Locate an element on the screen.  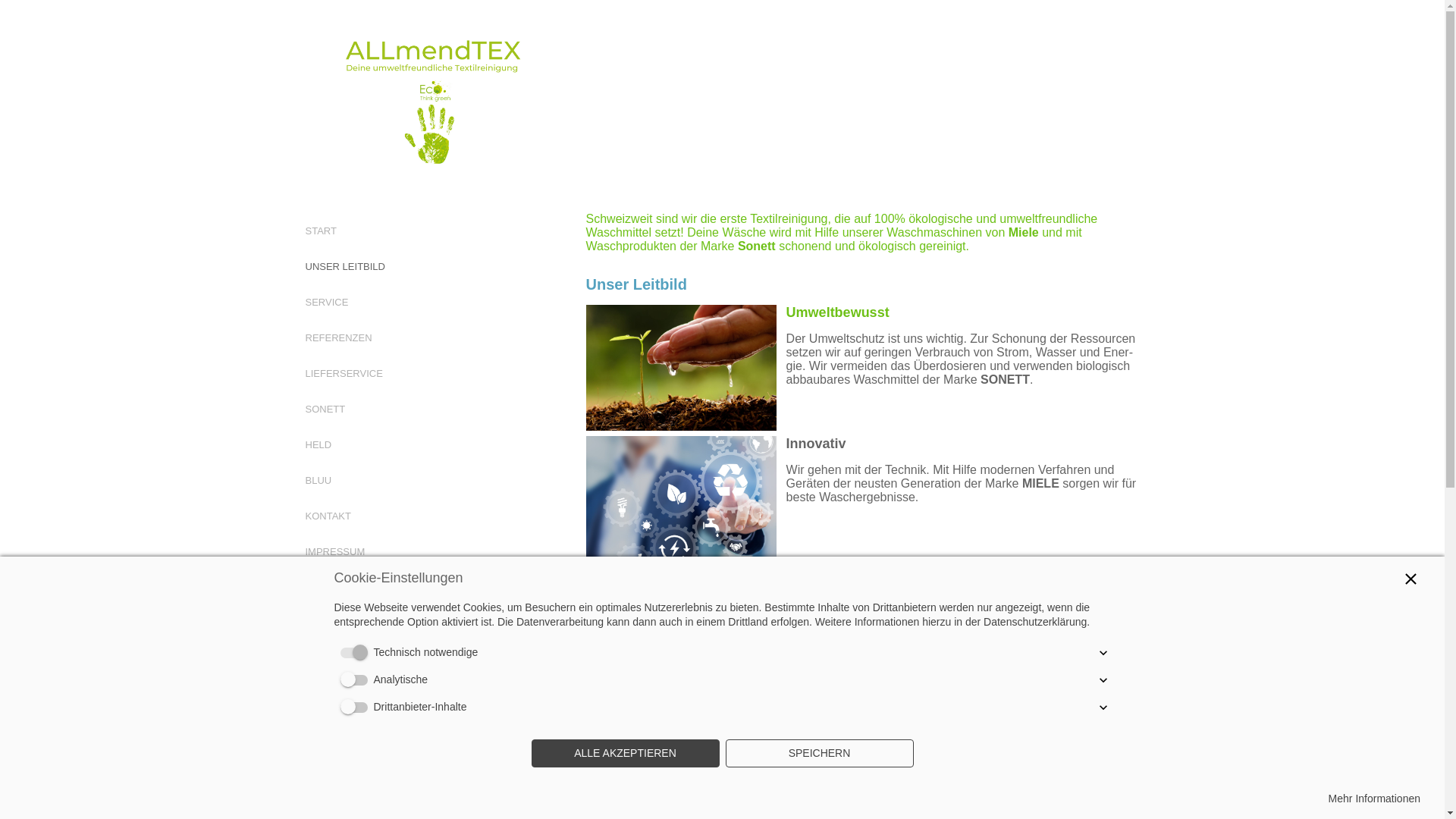
'SPEICHERN' is located at coordinates (818, 754).